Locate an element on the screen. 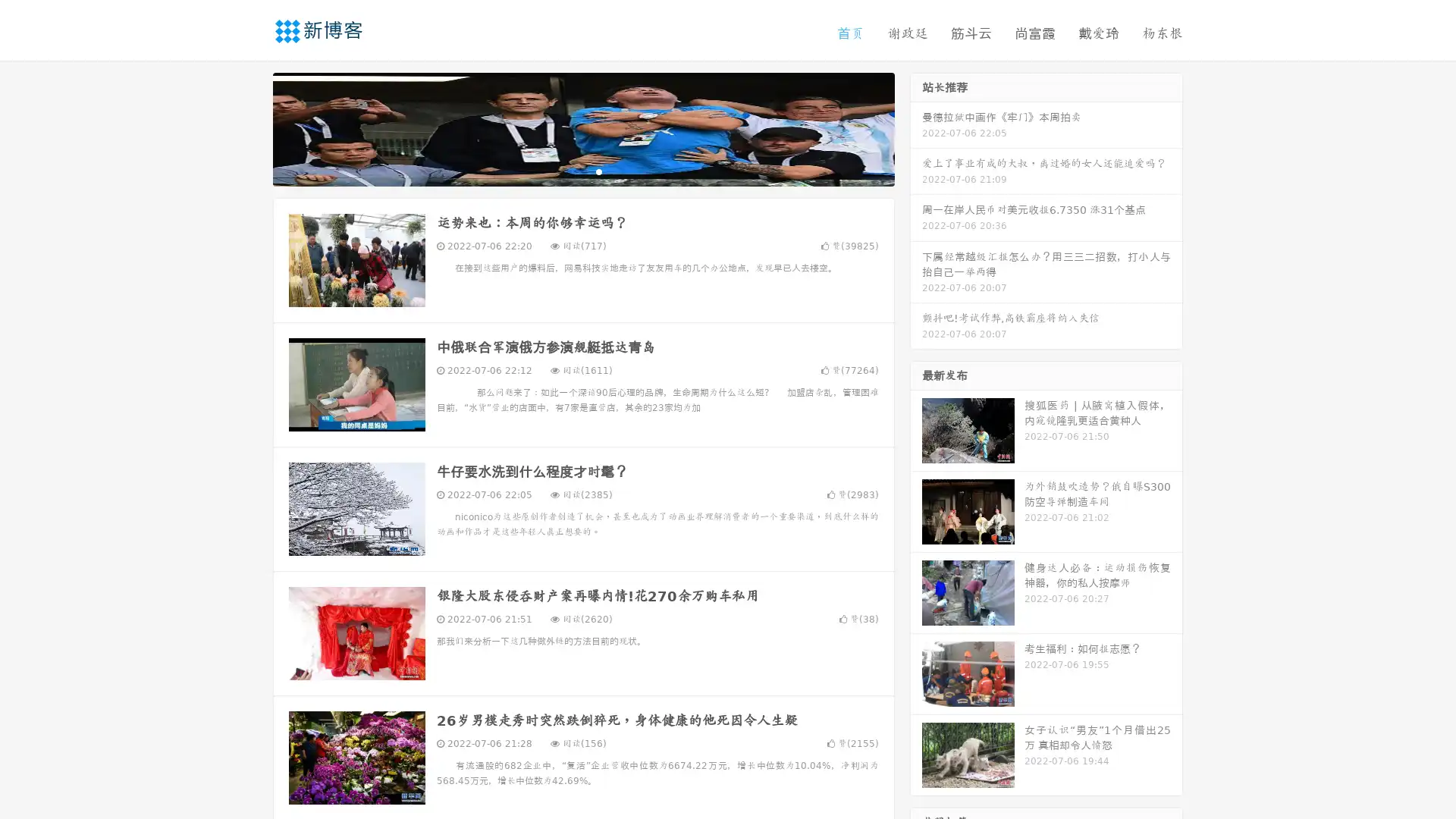  Go to slide 1 is located at coordinates (567, 171).